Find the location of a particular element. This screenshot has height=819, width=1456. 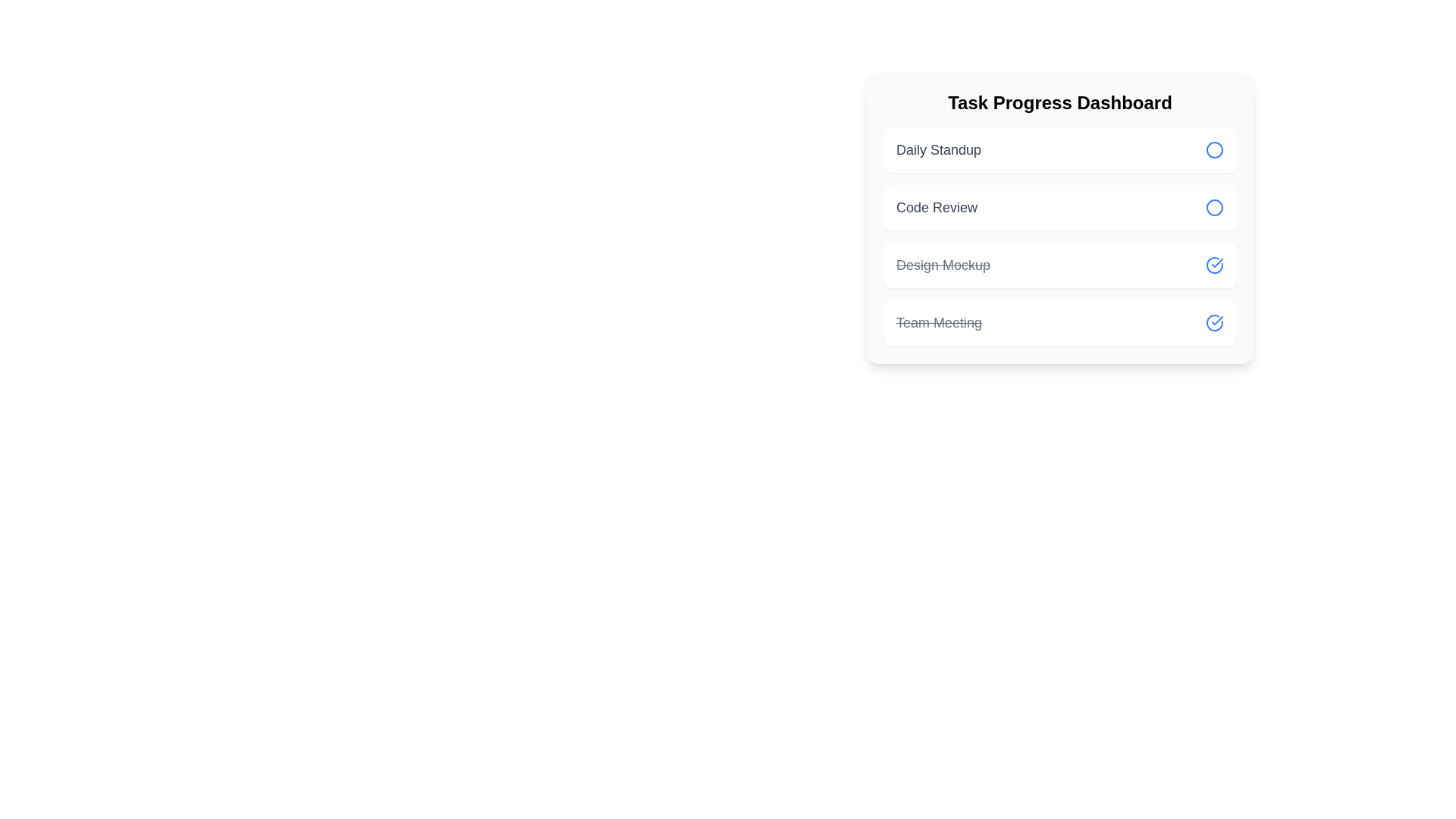

the text label 'Design Mockup' which is styled with a strikethrough, indicating a completed task, located in the 'Task Progress Dashboard' as the third task in the list is located at coordinates (942, 265).